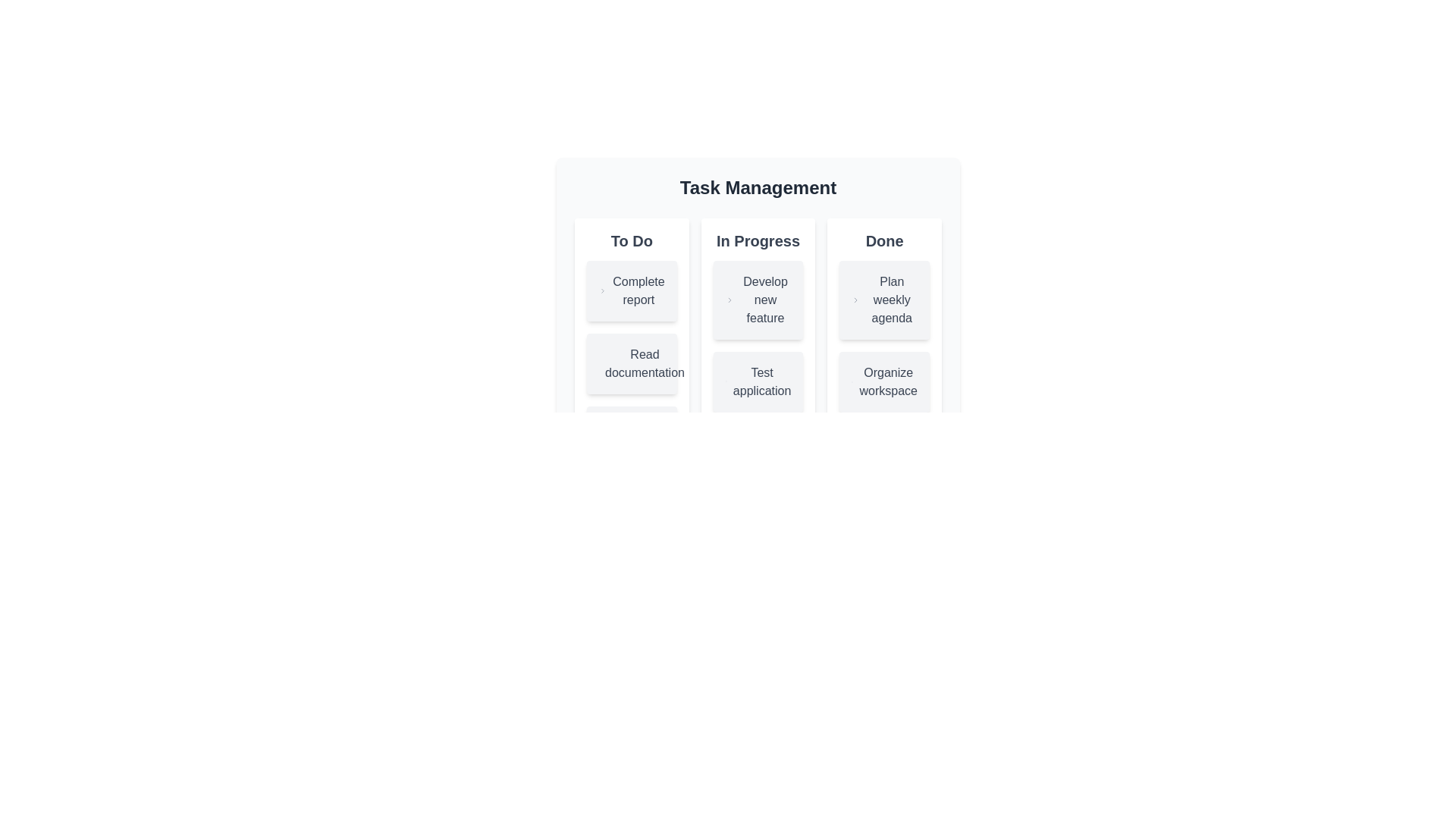 Image resolution: width=1456 pixels, height=819 pixels. What do you see at coordinates (884, 300) in the screenshot?
I see `the card displaying 'Plan weekly agenda' in bold, dark gray letters` at bounding box center [884, 300].